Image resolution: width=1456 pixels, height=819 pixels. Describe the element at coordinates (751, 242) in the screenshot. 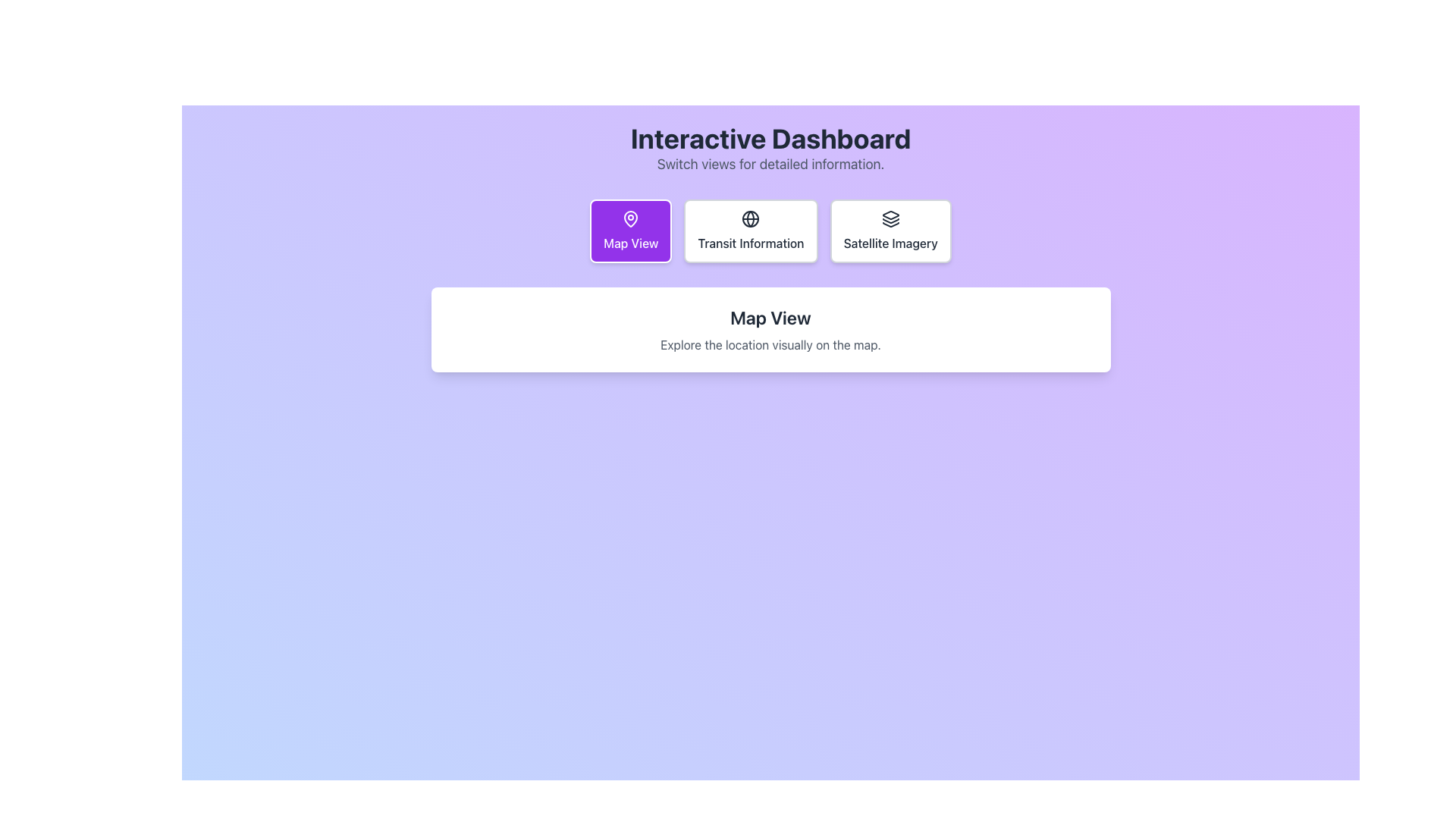

I see `the descriptive text label within the center button of the three-button group, which indicates its function related` at that location.